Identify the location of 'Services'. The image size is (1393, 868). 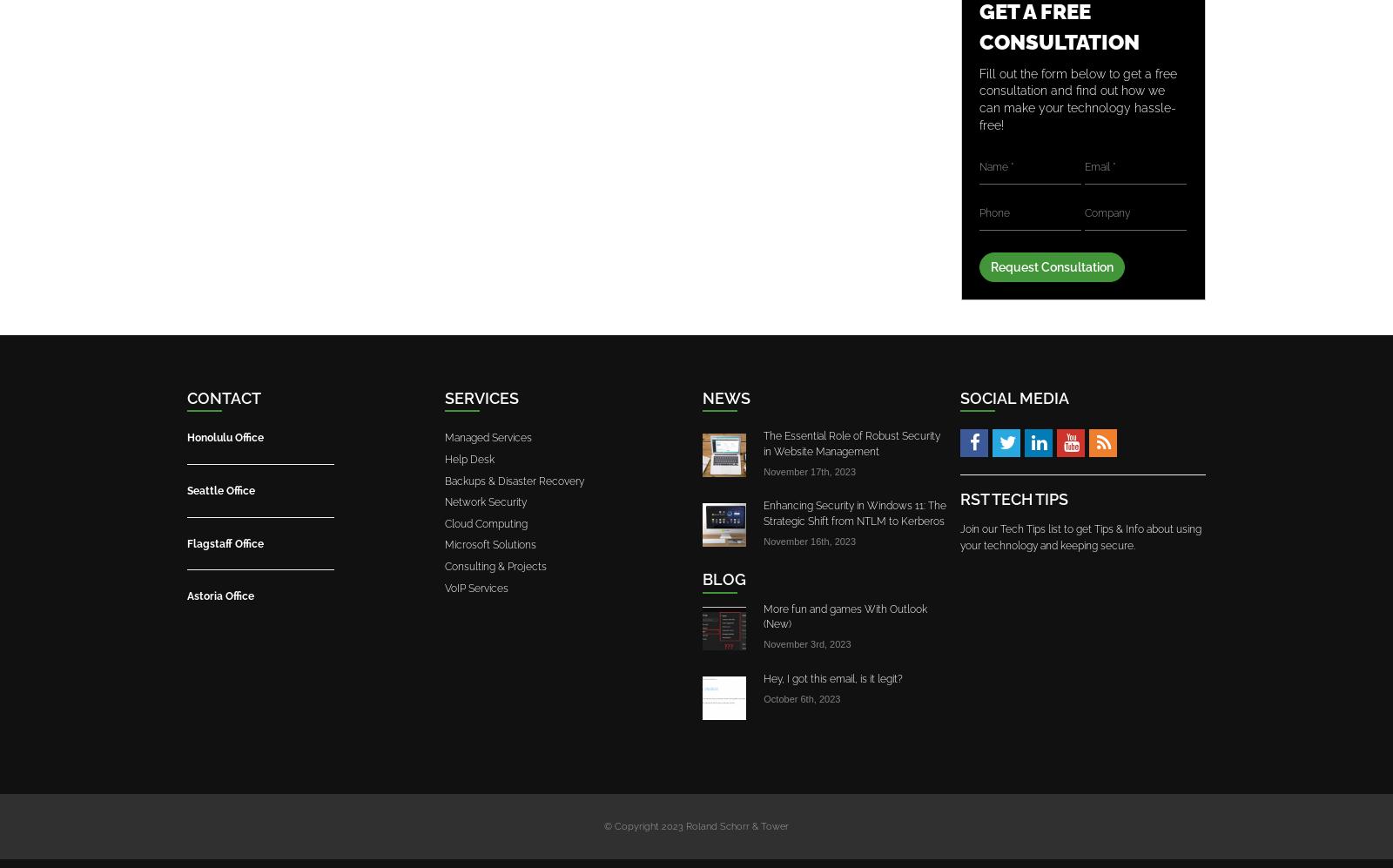
(444, 398).